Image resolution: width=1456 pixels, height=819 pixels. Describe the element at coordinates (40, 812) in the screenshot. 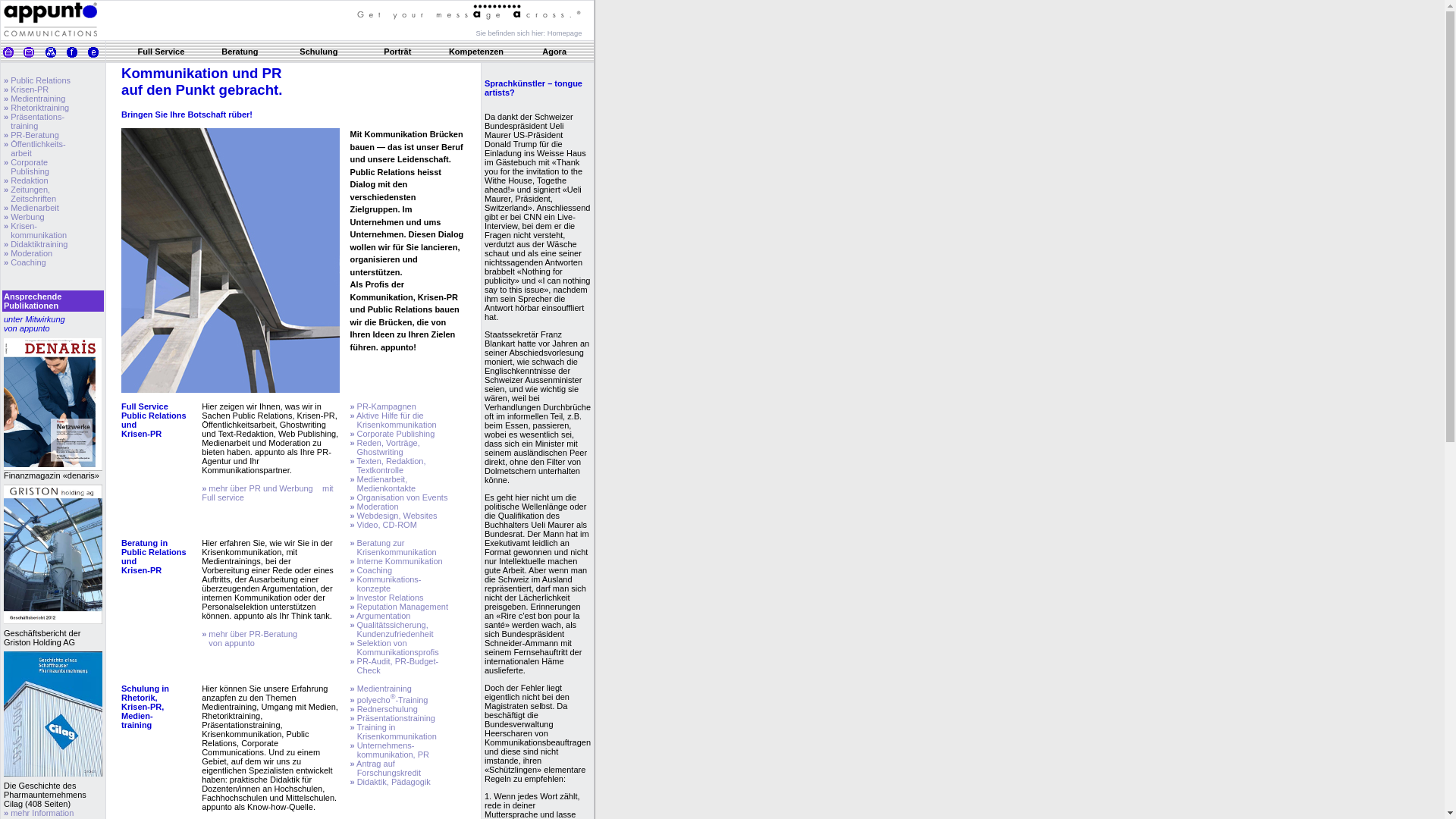

I see `'mehr Information'` at that location.